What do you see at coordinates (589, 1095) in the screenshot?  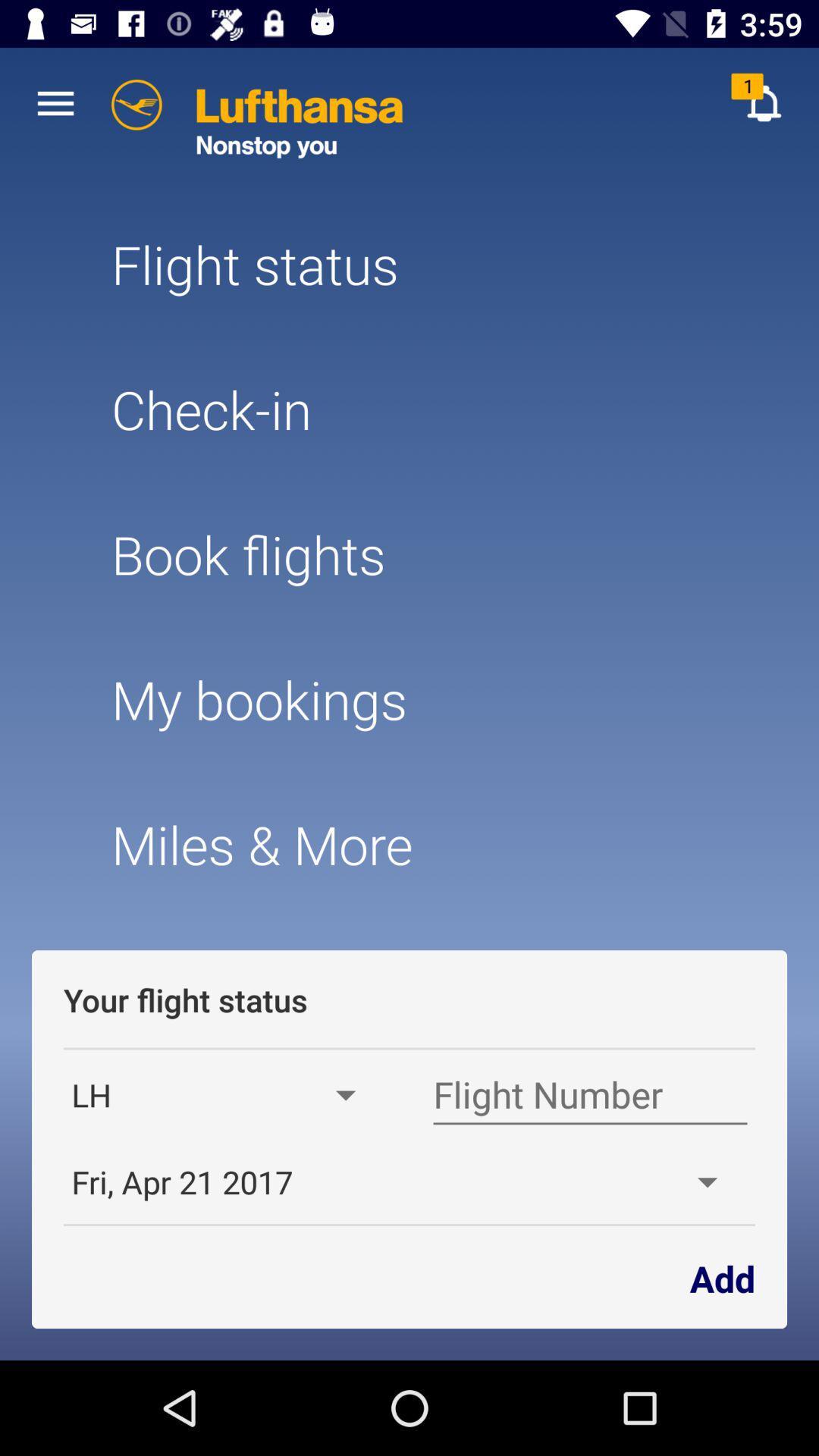 I see `input flight number` at bounding box center [589, 1095].